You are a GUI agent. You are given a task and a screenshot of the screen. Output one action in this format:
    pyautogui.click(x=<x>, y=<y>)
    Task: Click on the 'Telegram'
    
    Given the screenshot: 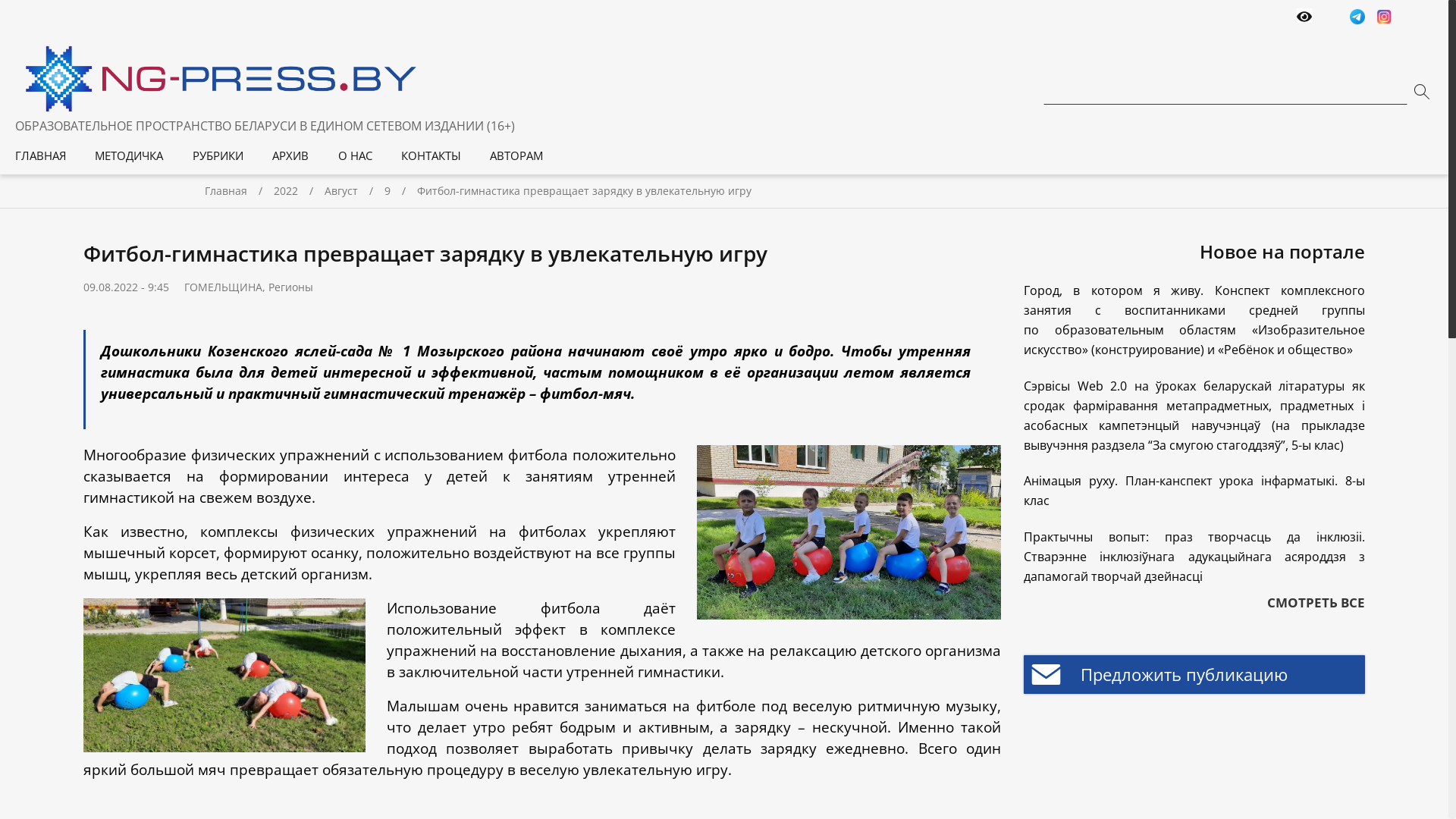 What is the action you would take?
    pyautogui.click(x=1350, y=18)
    